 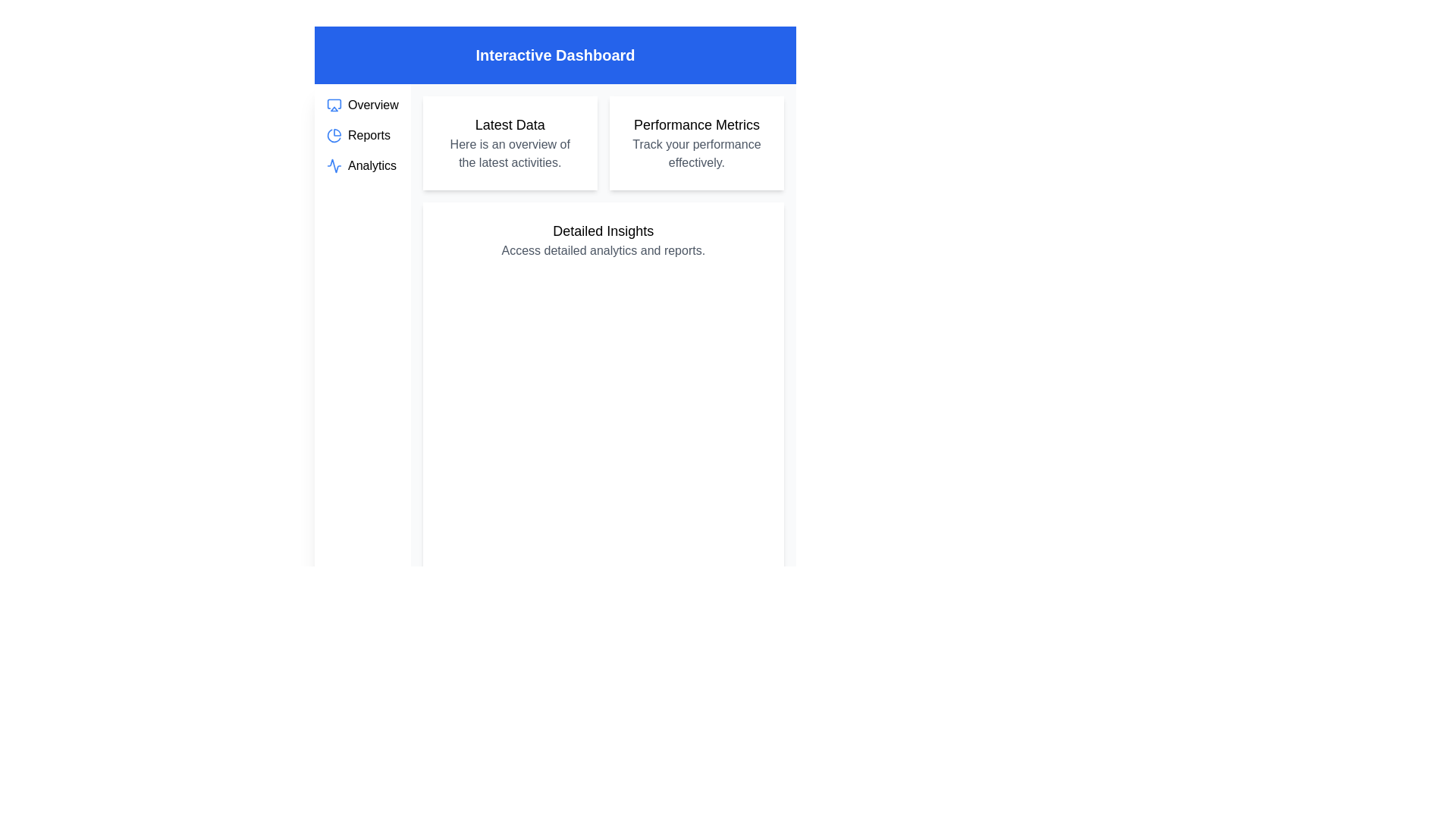 What do you see at coordinates (362, 134) in the screenshot?
I see `the 'Reports' label in the vertical navigation menu, which is styled with a blue icon and black text, located in the leftmost sidebar of the application interface` at bounding box center [362, 134].